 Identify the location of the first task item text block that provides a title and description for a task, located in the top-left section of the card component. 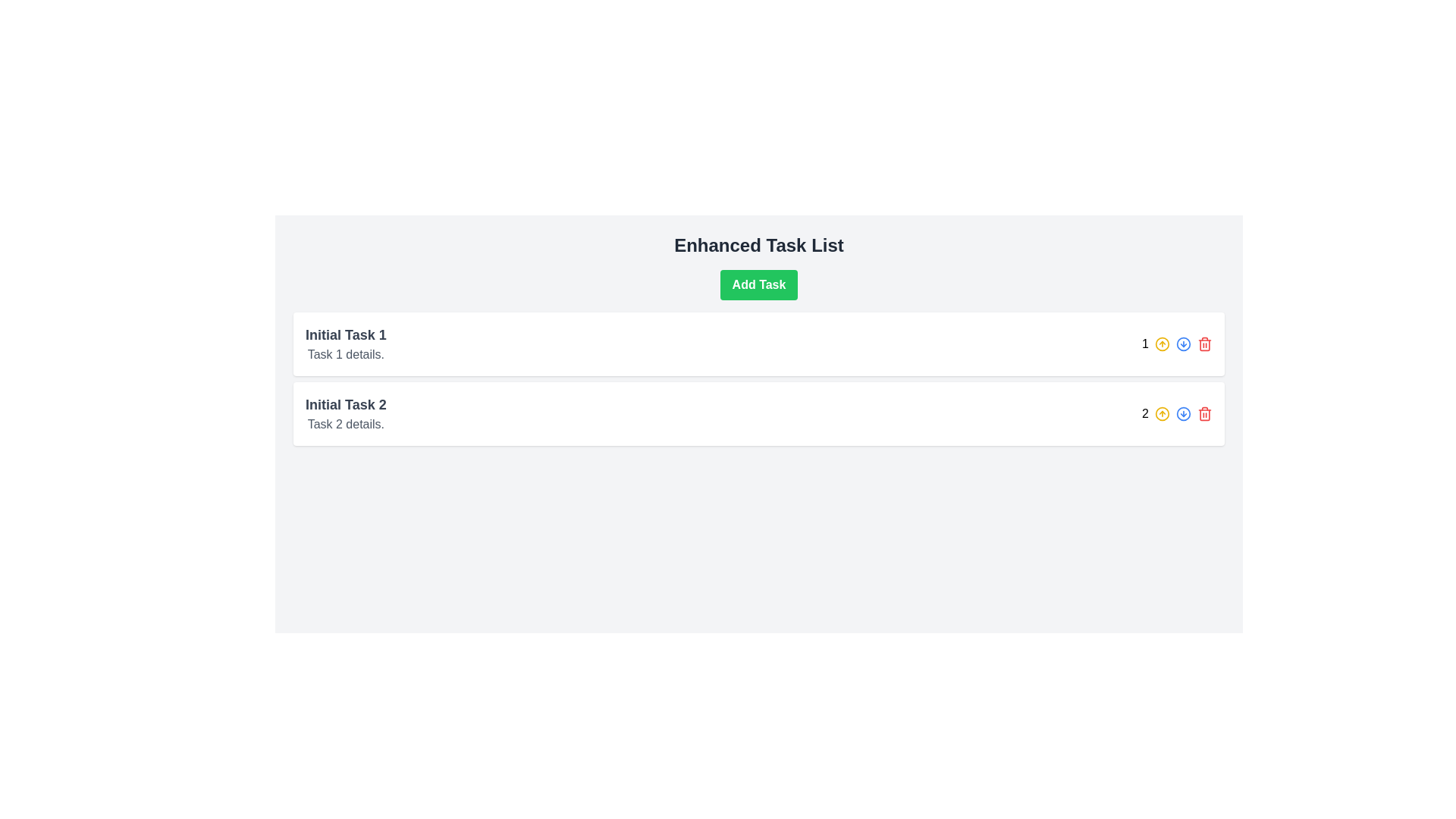
(345, 344).